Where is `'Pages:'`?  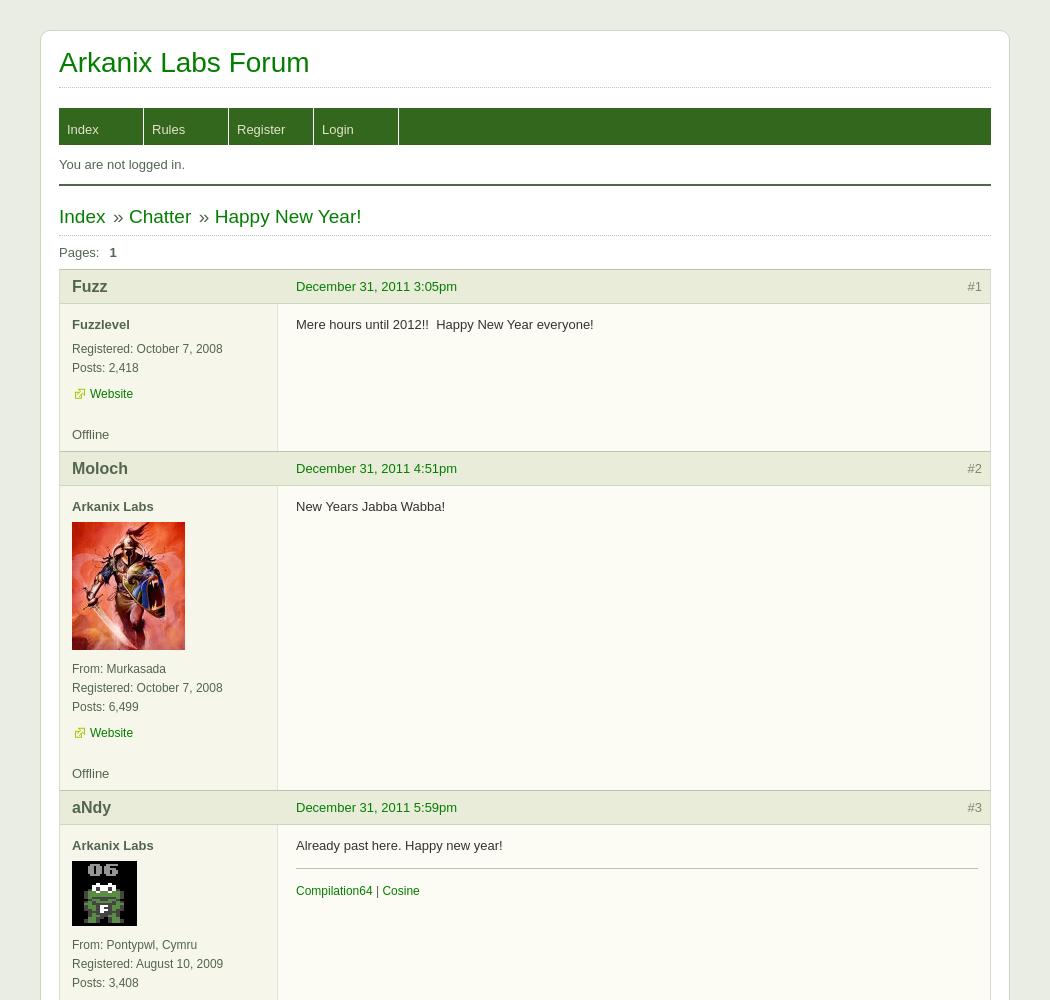
'Pages:' is located at coordinates (78, 252).